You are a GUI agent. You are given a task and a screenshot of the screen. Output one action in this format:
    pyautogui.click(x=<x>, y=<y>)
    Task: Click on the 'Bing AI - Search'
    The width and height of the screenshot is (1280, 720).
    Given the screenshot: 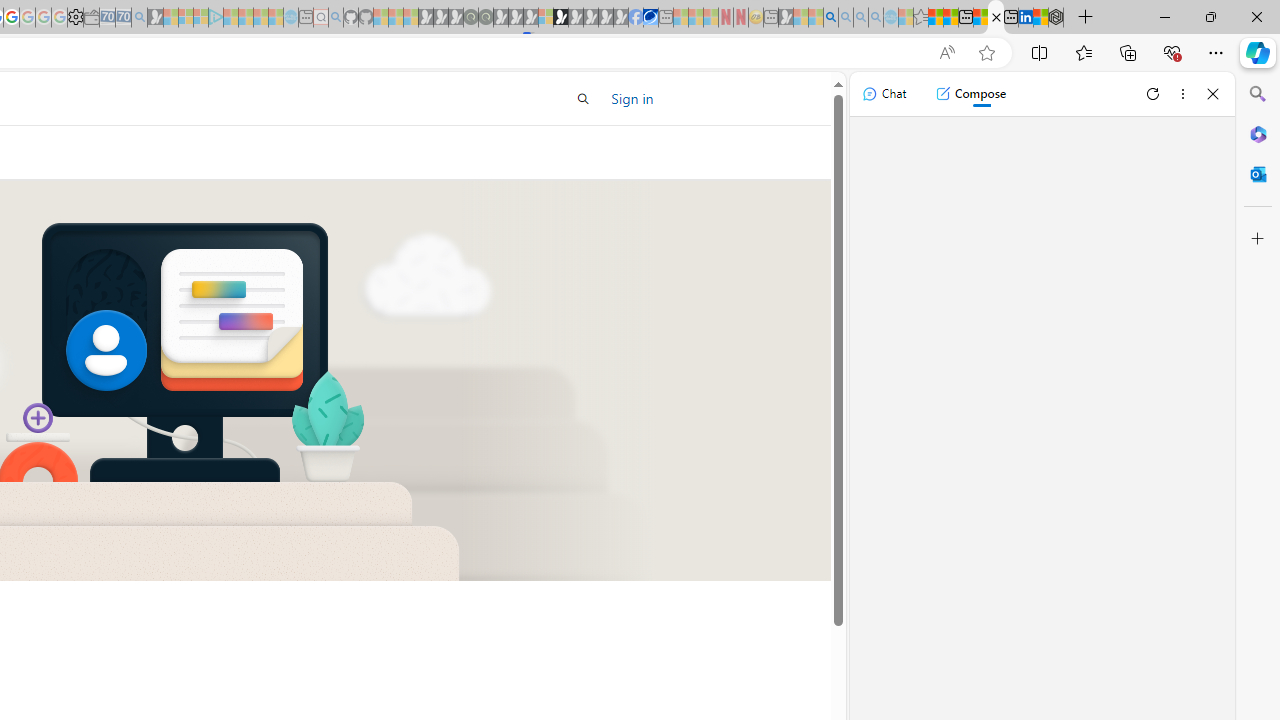 What is the action you would take?
    pyautogui.click(x=831, y=17)
    